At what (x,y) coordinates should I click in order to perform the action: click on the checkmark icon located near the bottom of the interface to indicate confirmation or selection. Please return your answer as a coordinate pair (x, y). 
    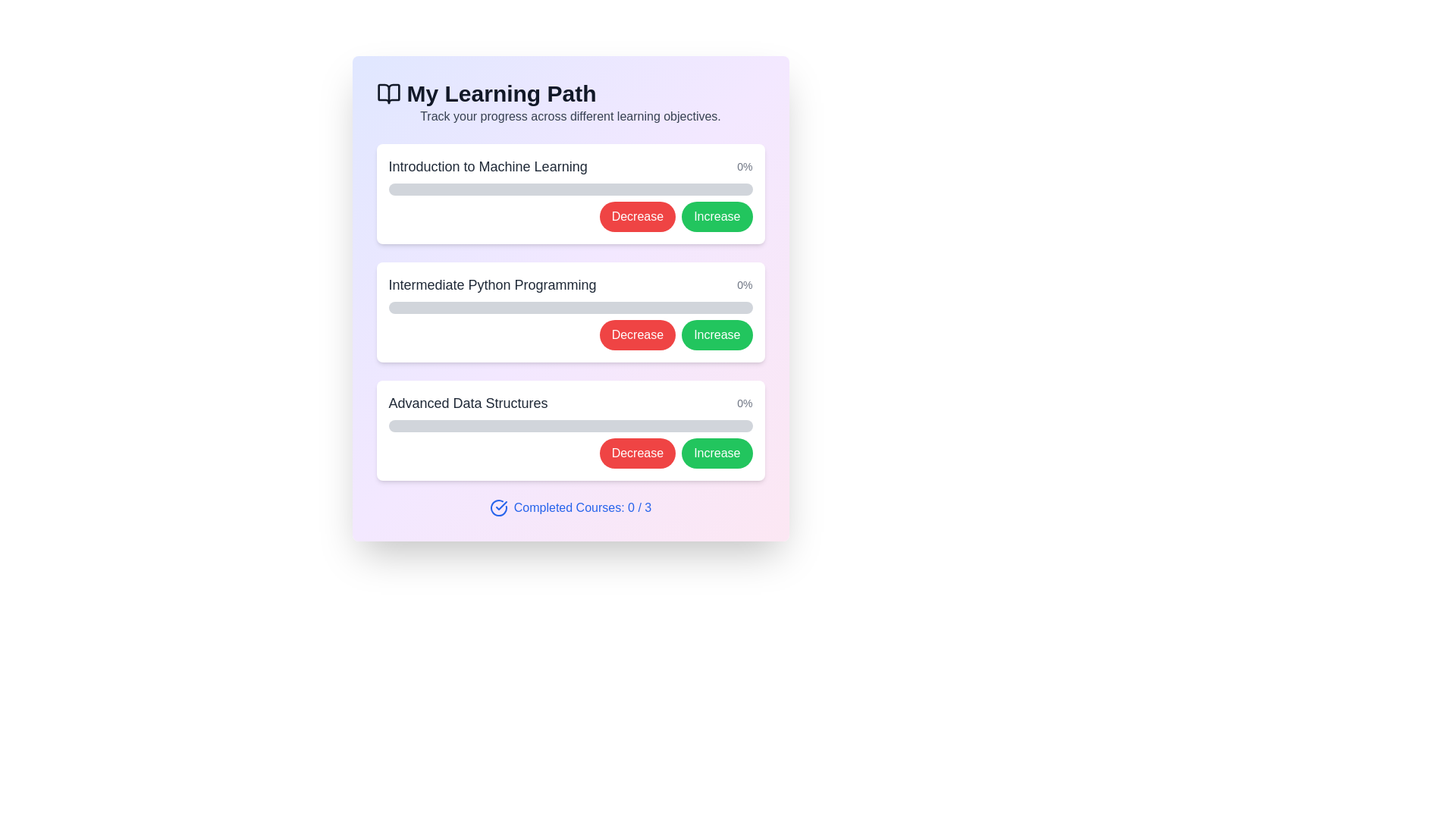
    Looking at the image, I should click on (501, 506).